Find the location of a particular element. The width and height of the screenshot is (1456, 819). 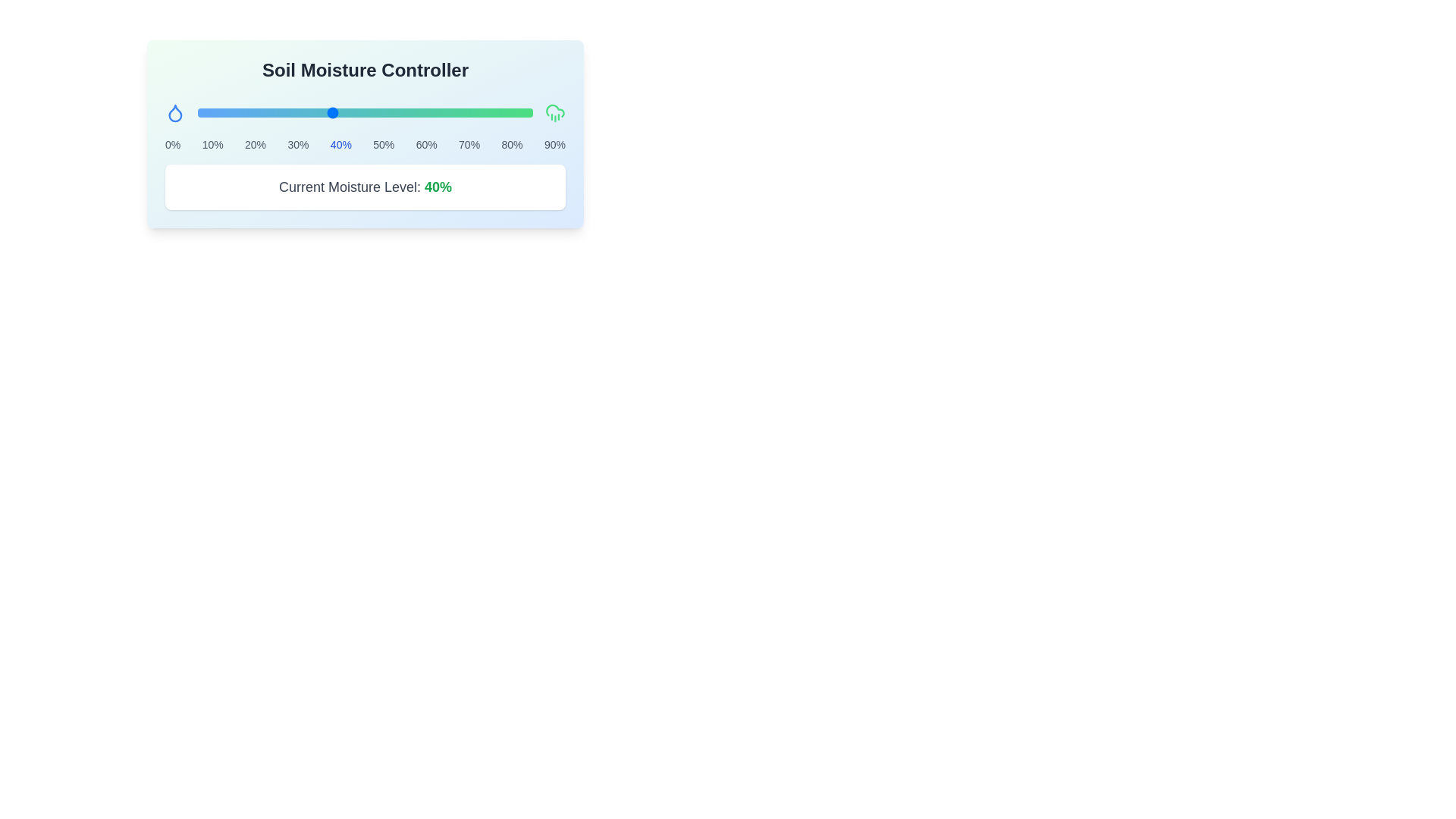

the slider to set the moisture level to 12% is located at coordinates (237, 112).